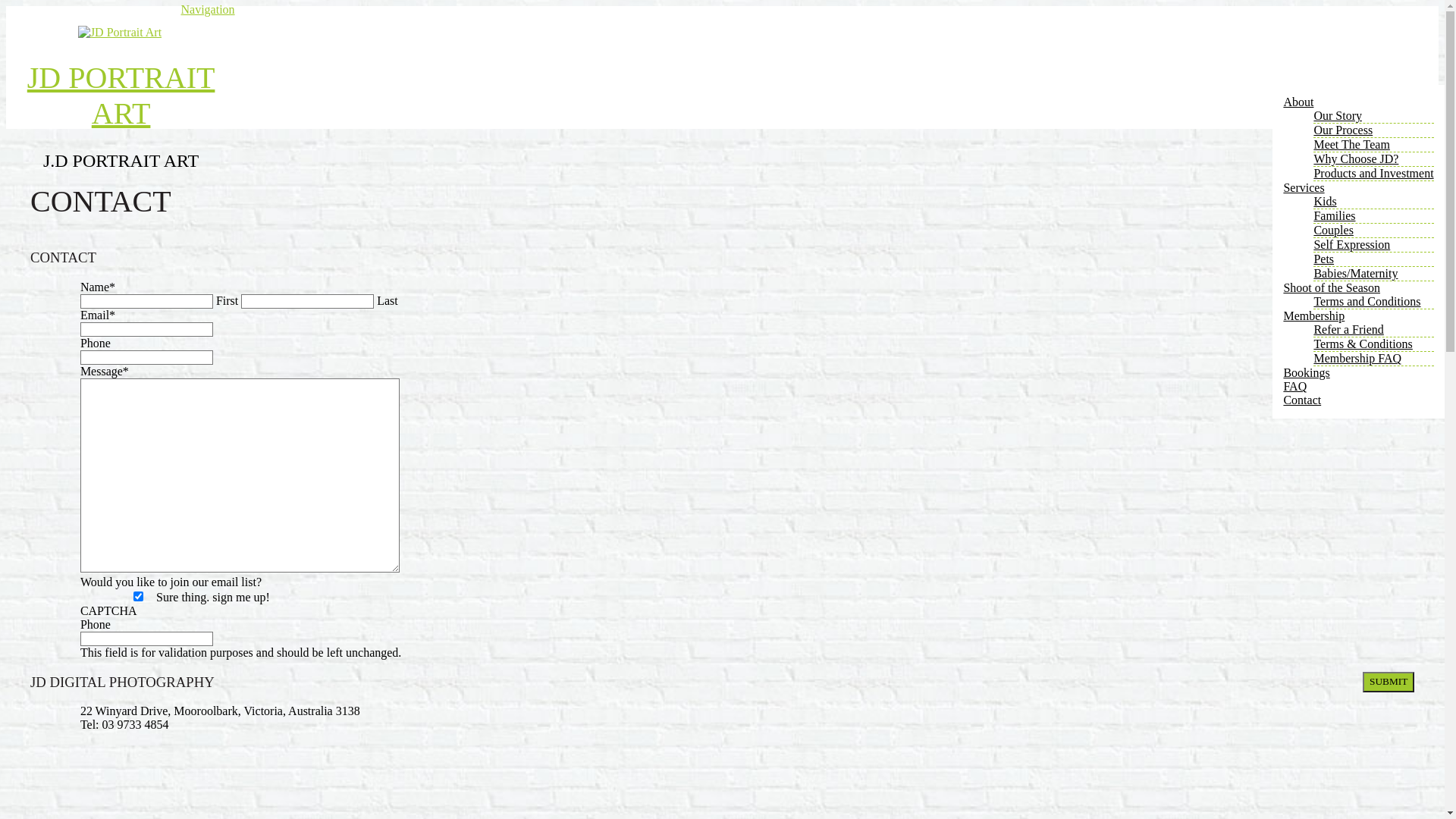  What do you see at coordinates (1388, 681) in the screenshot?
I see `'Submit'` at bounding box center [1388, 681].